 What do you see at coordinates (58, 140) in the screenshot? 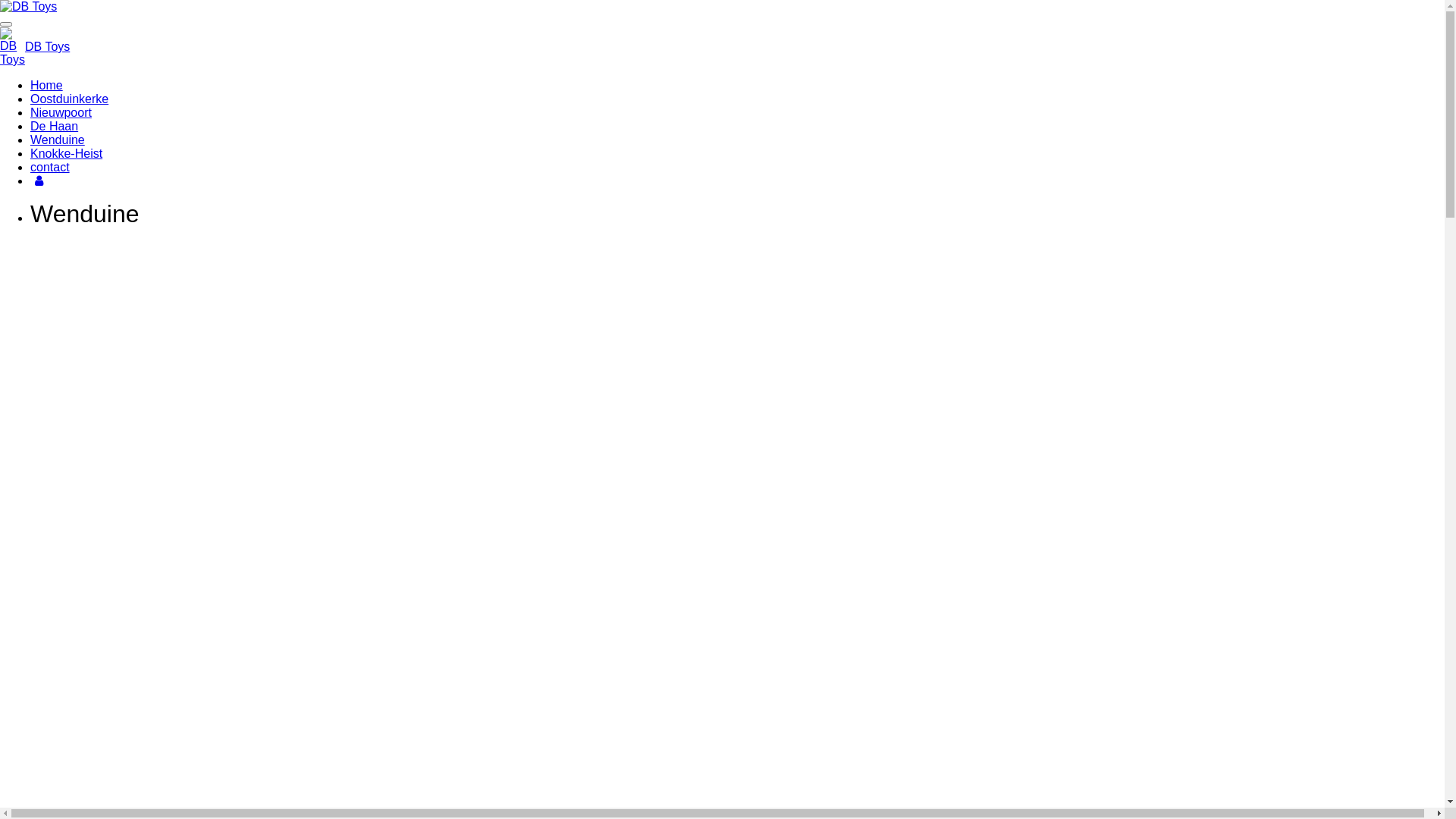
I see `'Wenduine'` at bounding box center [58, 140].